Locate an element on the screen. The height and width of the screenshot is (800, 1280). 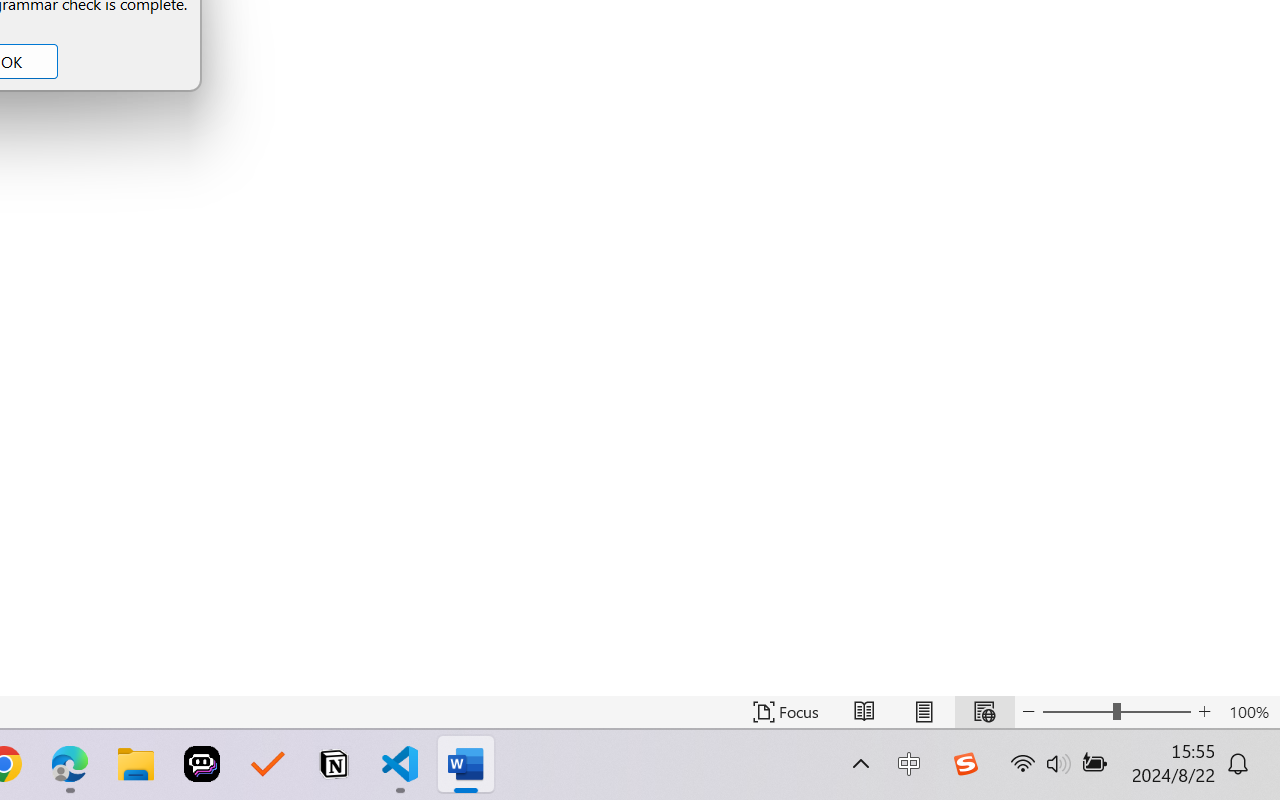
'Focus ' is located at coordinates (785, 711).